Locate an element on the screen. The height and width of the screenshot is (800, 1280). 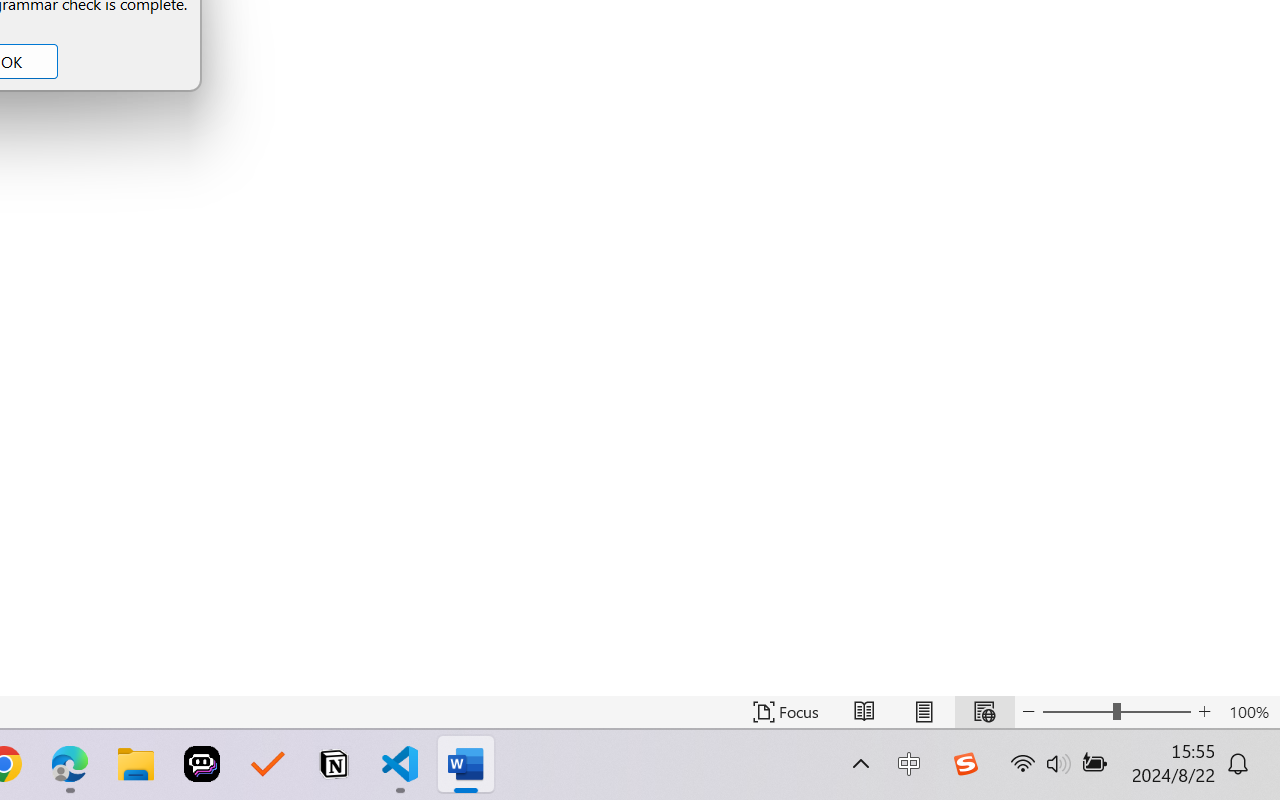
'Focus ' is located at coordinates (785, 711).